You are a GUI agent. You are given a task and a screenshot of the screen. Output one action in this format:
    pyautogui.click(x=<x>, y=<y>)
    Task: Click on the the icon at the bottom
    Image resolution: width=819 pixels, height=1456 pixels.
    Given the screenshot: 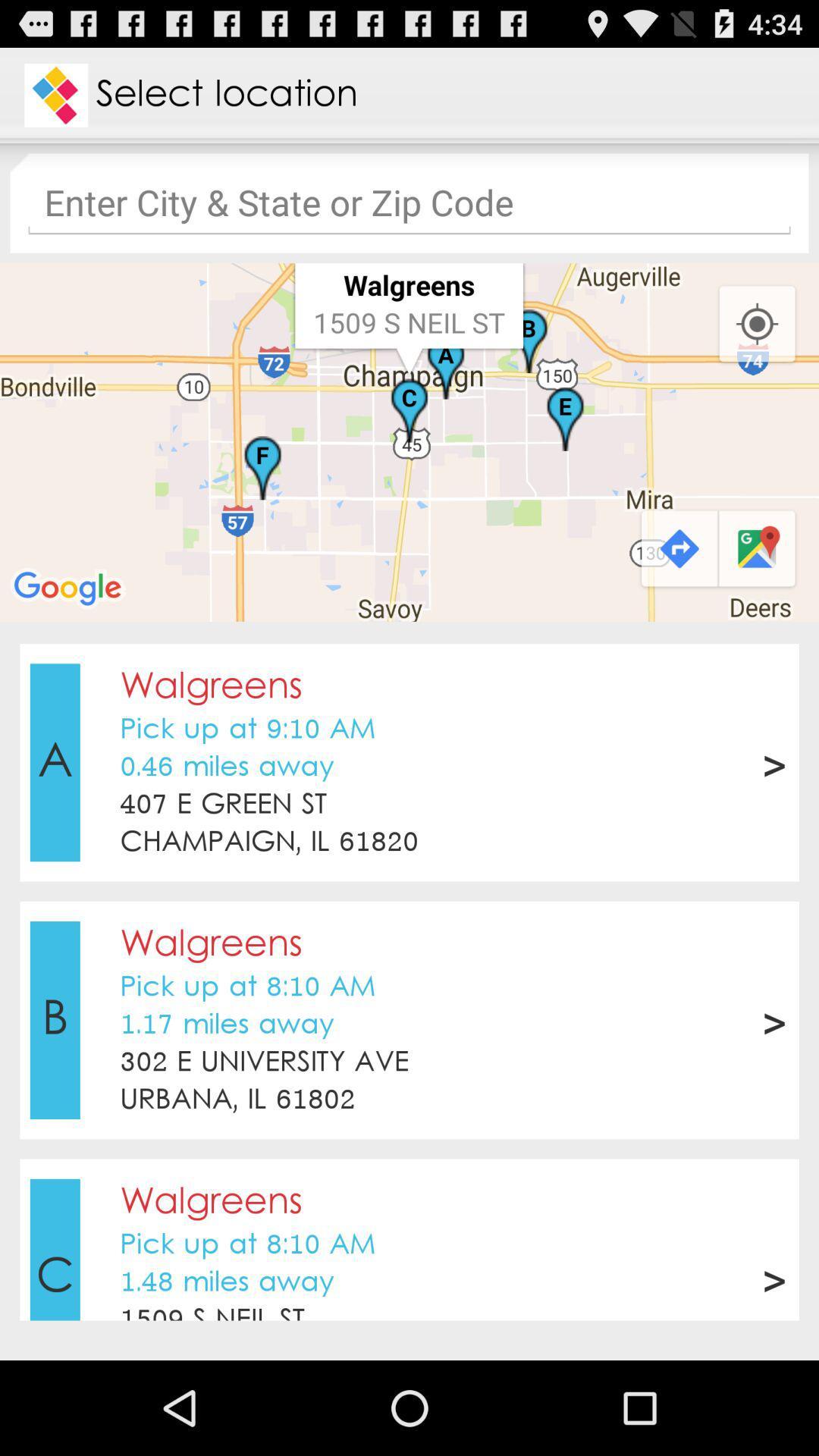 What is the action you would take?
    pyautogui.click(x=409, y=1129)
    